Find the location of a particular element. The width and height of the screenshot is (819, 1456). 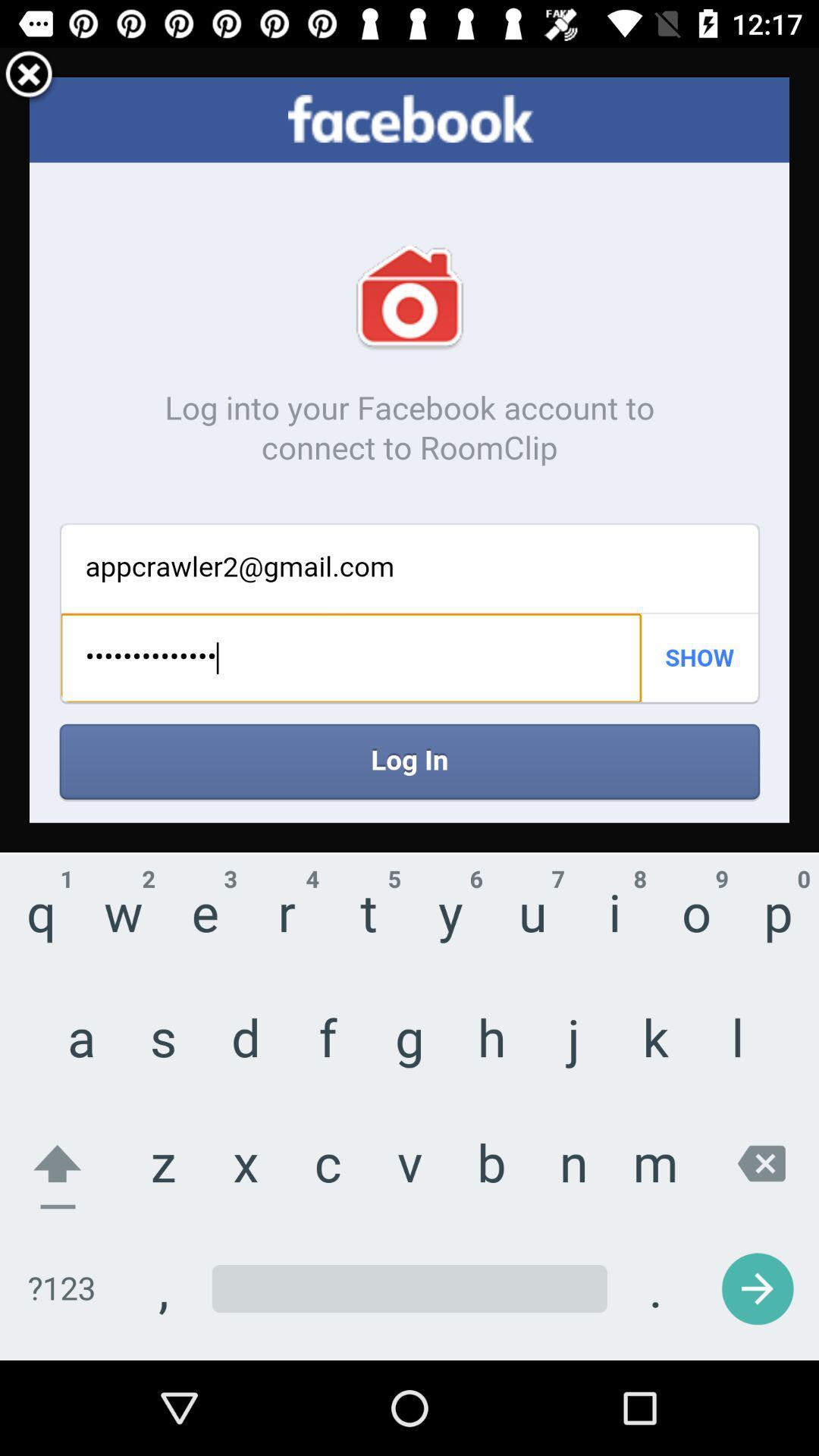

this button in exit key is located at coordinates (29, 76).